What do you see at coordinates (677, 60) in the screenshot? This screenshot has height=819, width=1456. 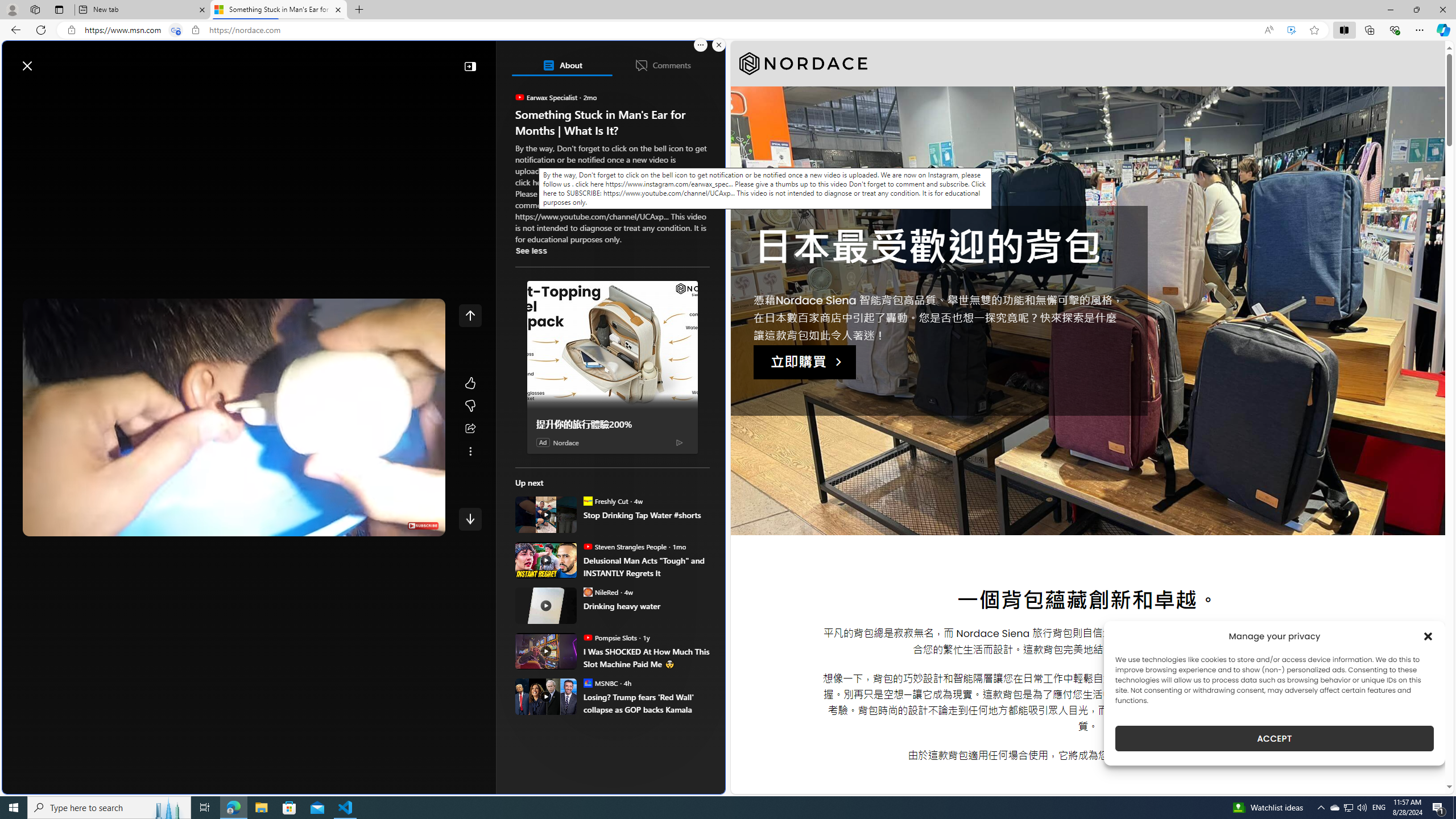 I see `'Notifications'` at bounding box center [677, 60].